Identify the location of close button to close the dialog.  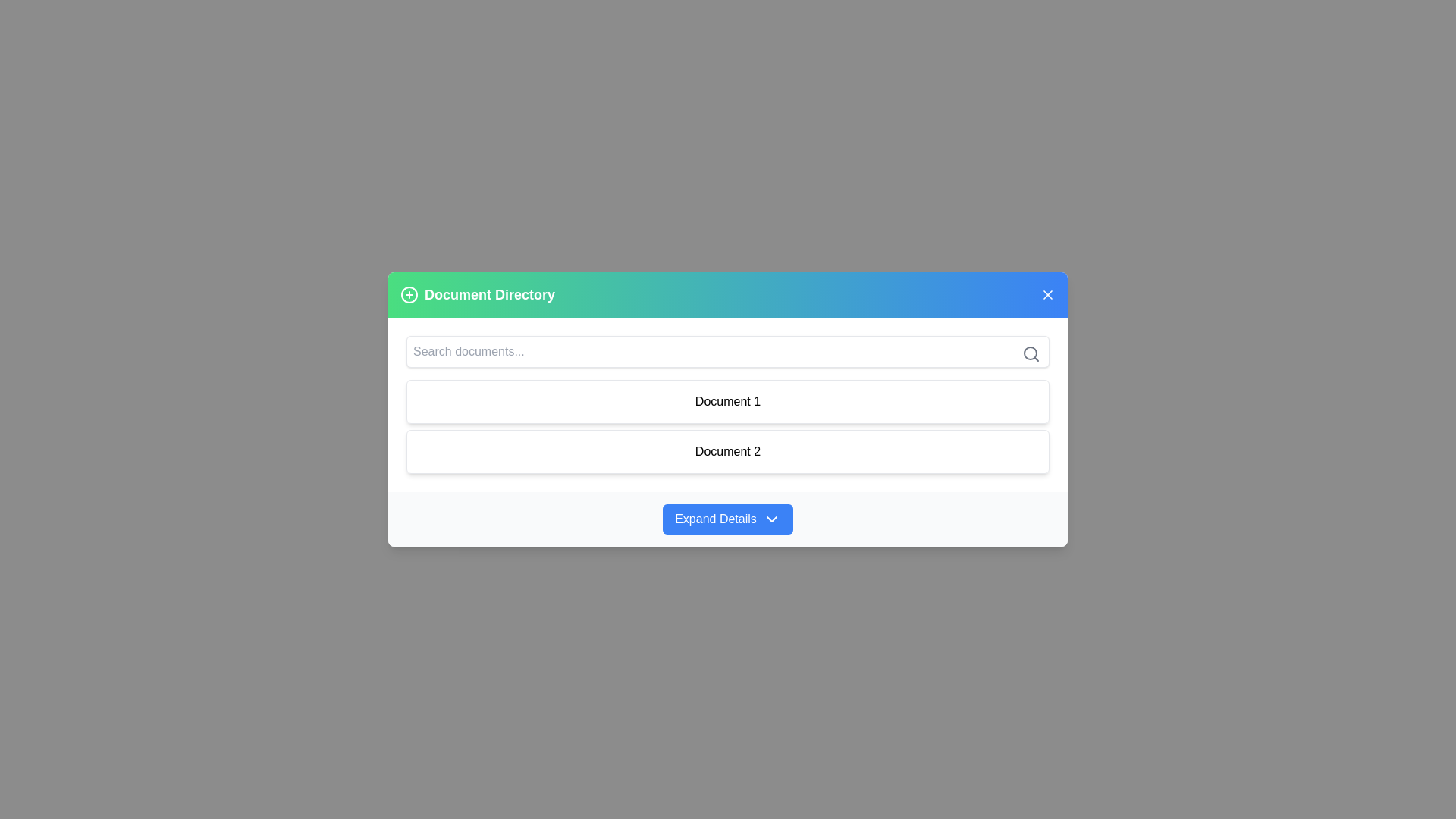
(1047, 294).